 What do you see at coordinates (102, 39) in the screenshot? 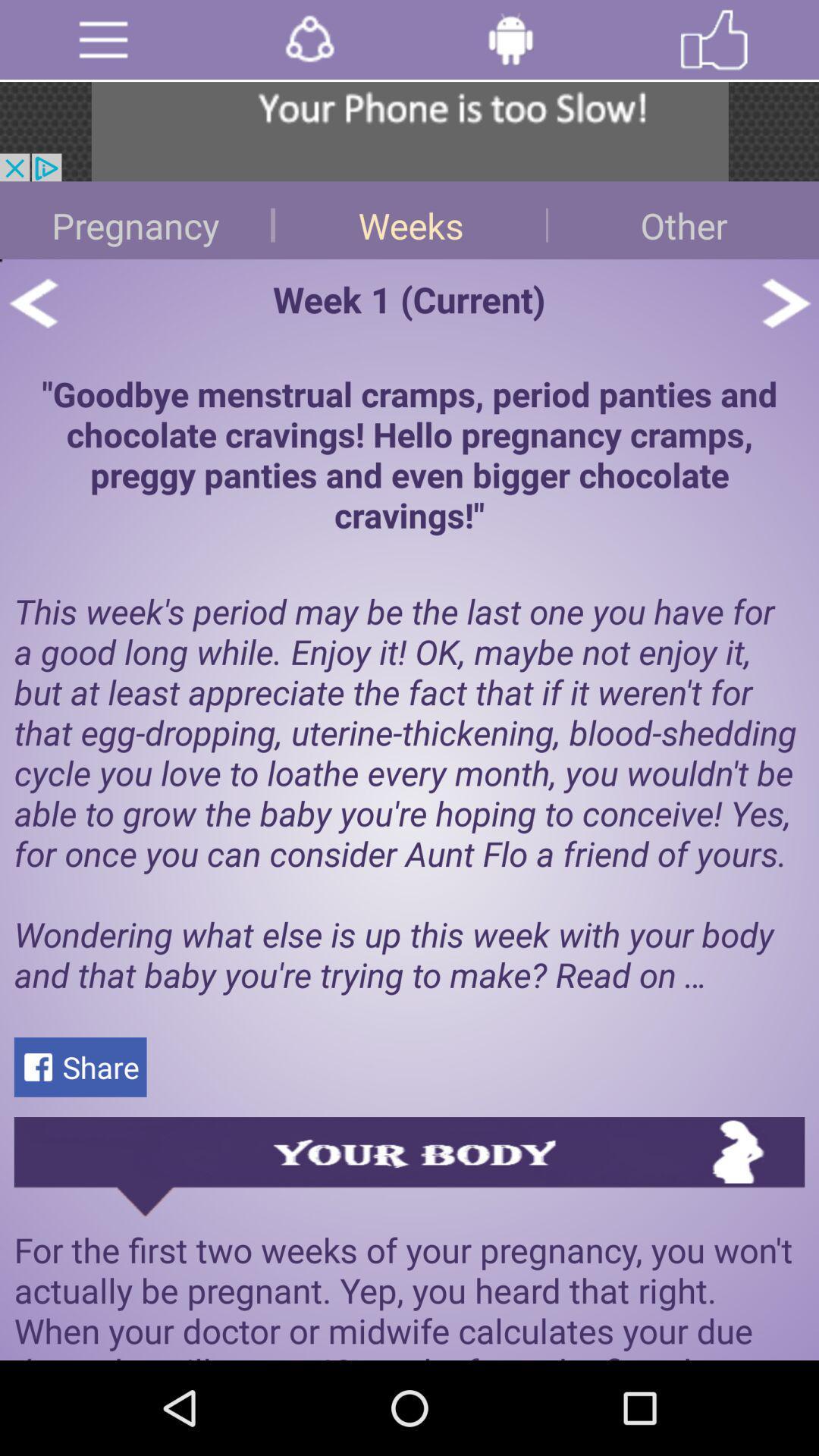
I see `menu` at bounding box center [102, 39].